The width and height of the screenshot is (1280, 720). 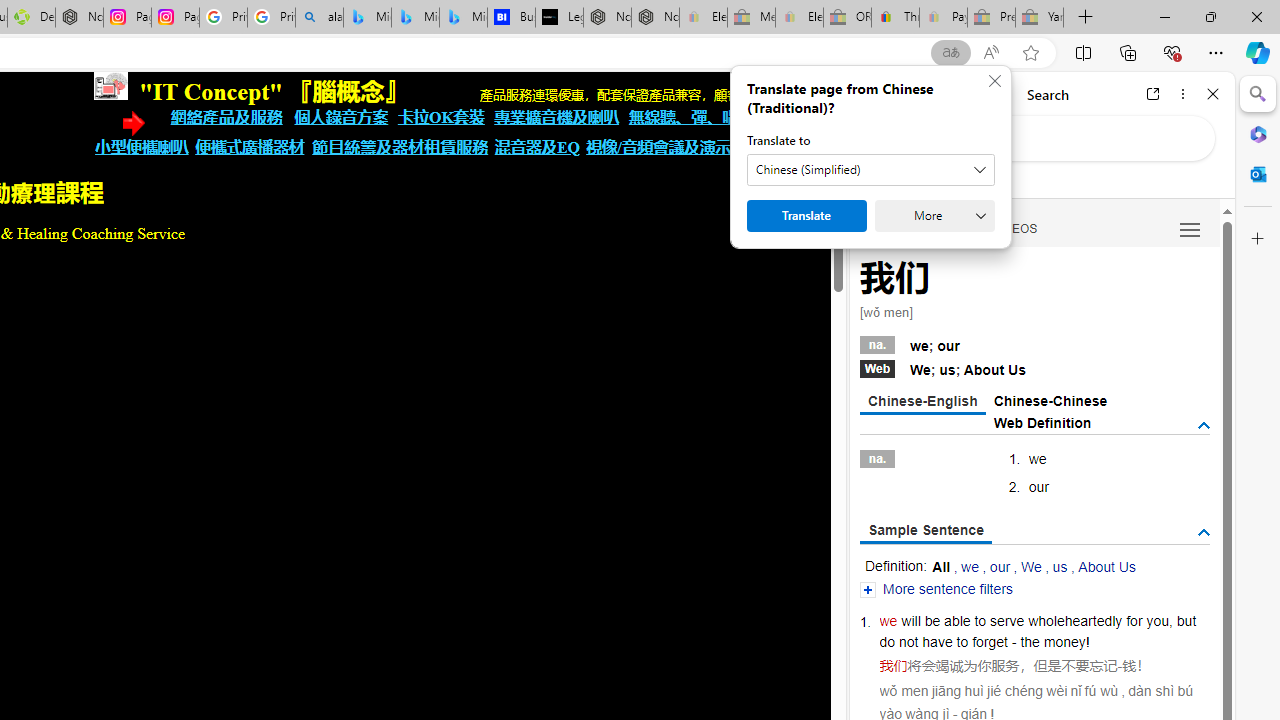 I want to click on 'alabama high school quarterback dies - Search', so click(x=318, y=17).